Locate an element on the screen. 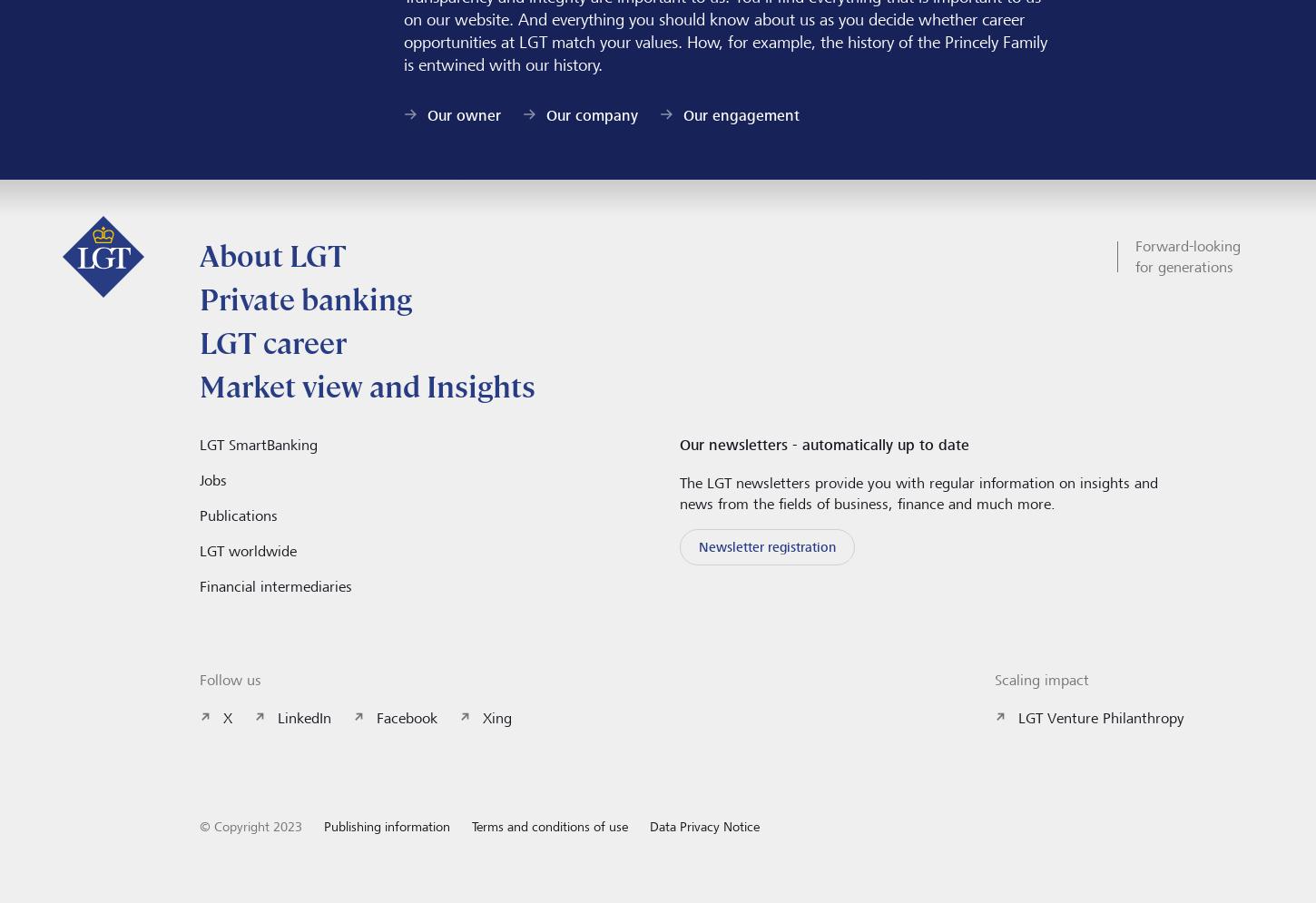 The width and height of the screenshot is (1316, 903). 'Our engagement' is located at coordinates (683, 113).